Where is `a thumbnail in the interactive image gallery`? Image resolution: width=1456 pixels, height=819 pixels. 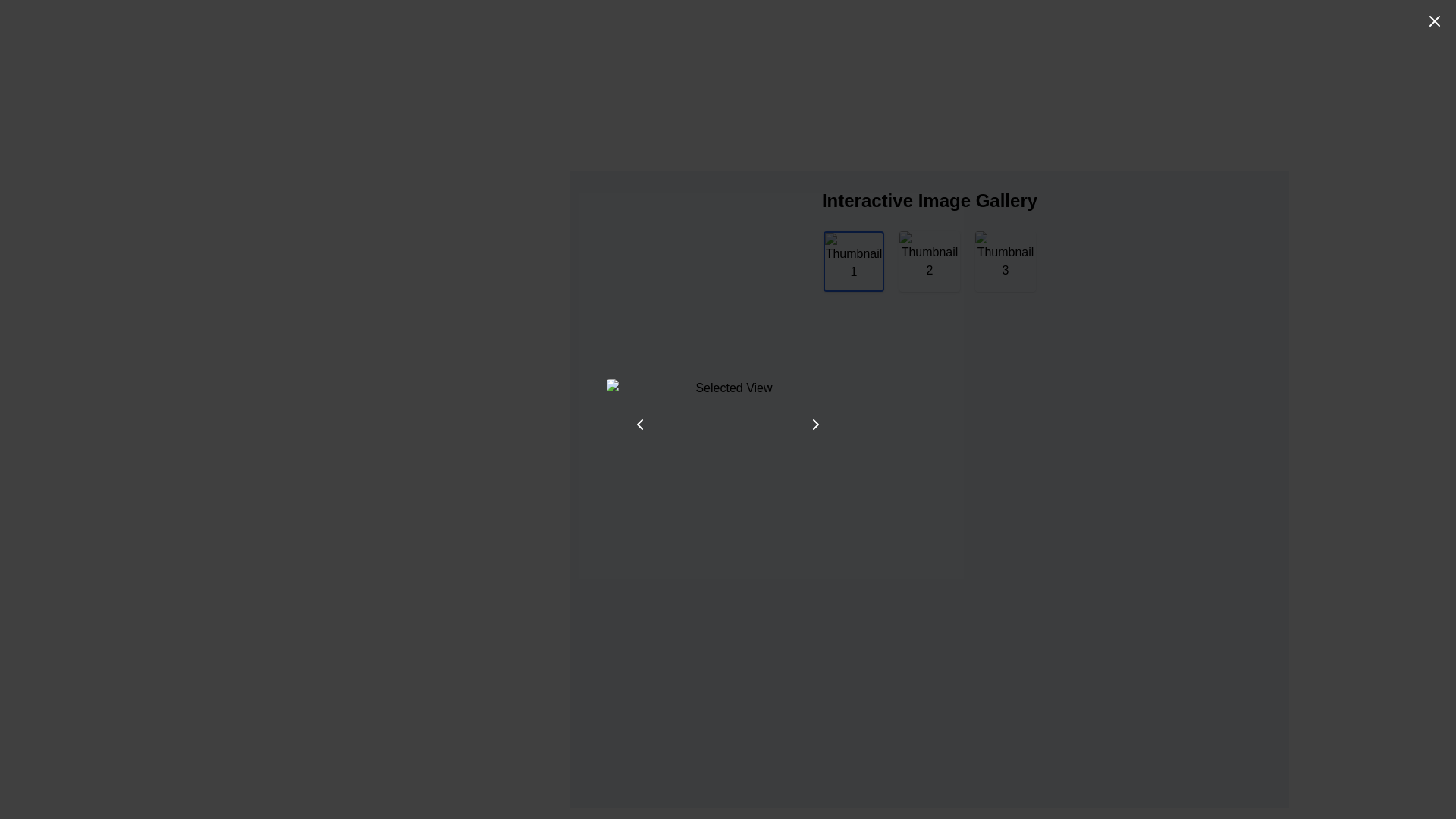
a thumbnail in the interactive image gallery is located at coordinates (928, 260).